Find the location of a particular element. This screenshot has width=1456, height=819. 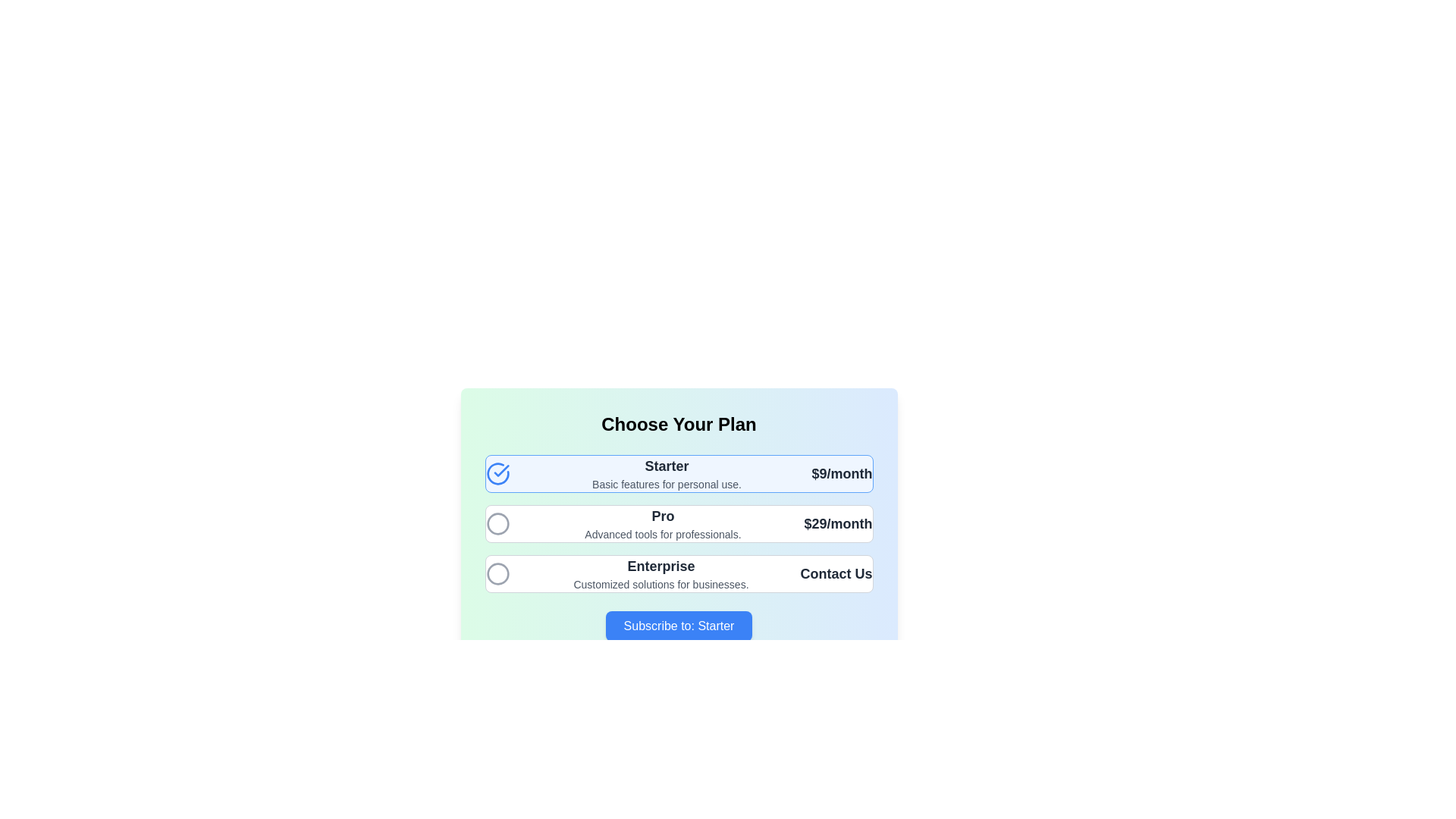

the text block that presents the name and description of the 'Enterprise' plan is located at coordinates (661, 573).